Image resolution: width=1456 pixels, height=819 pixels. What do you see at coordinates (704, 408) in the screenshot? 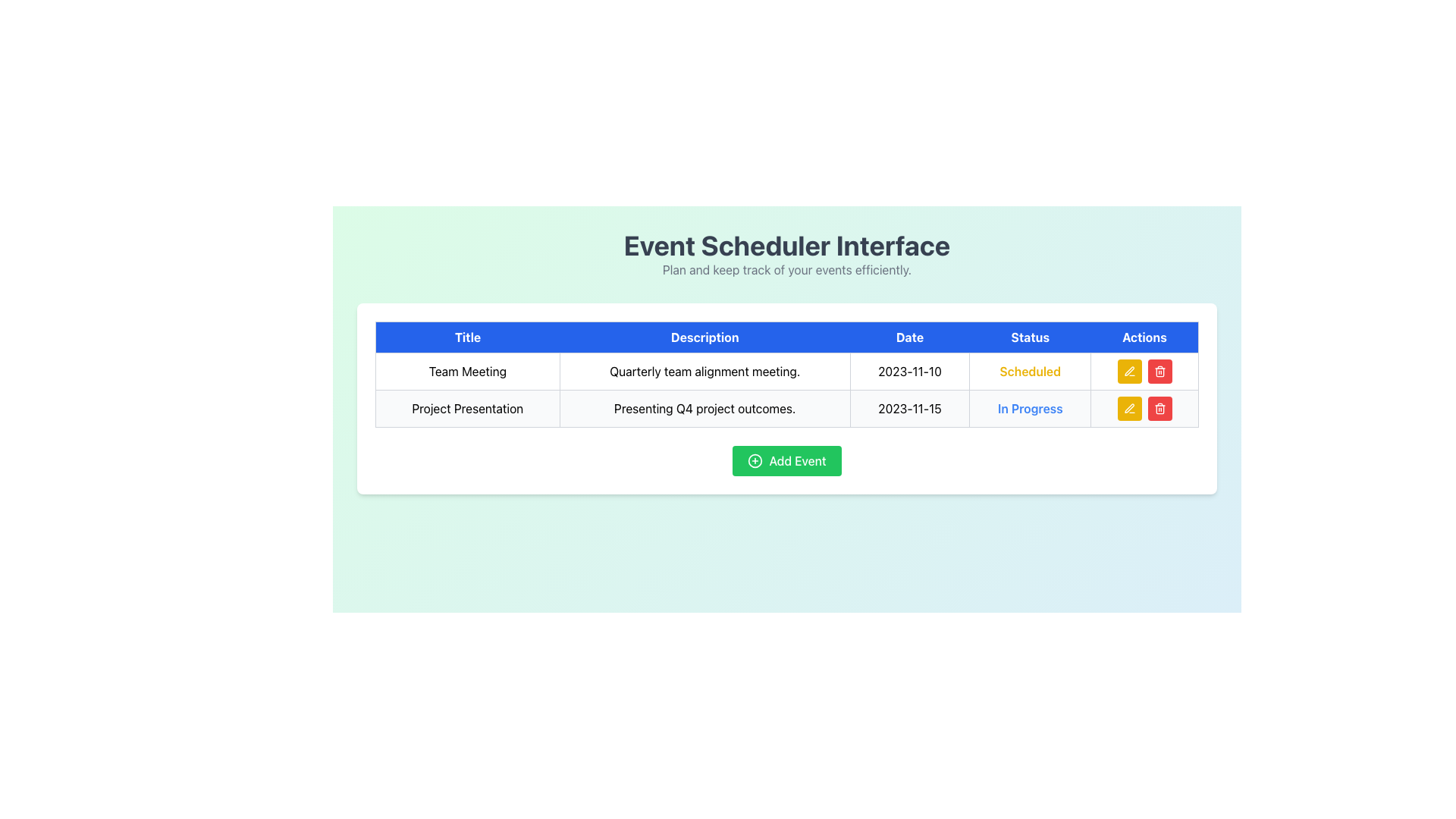
I see `the descriptive text in the 'Description' column of the table that is adjacent to 'Project Presentation'` at bounding box center [704, 408].